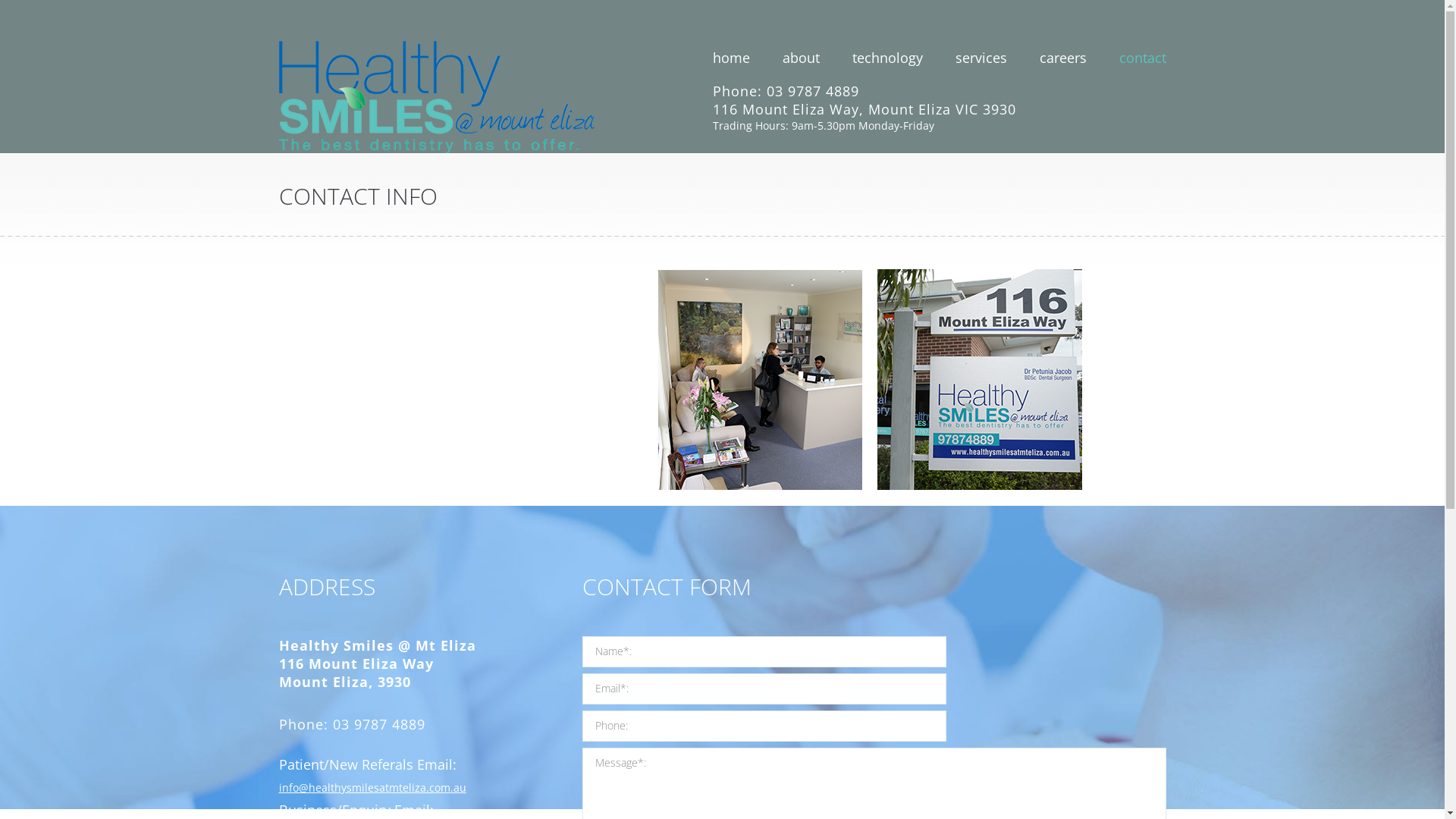  Describe the element at coordinates (786, 90) in the screenshot. I see `'Phone: 03 9787 4889'` at that location.